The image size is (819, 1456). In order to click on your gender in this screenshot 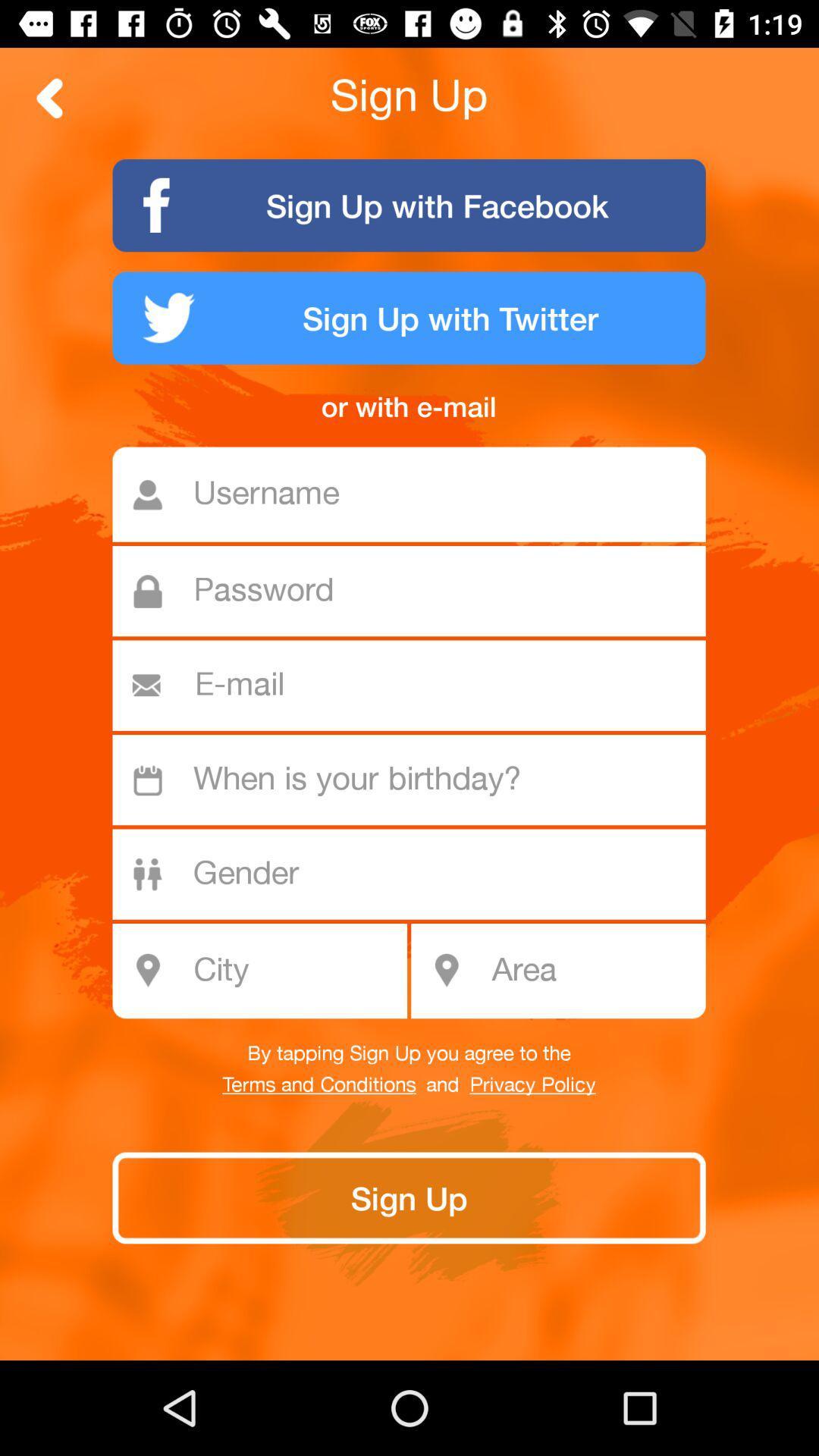, I will do `click(417, 874)`.